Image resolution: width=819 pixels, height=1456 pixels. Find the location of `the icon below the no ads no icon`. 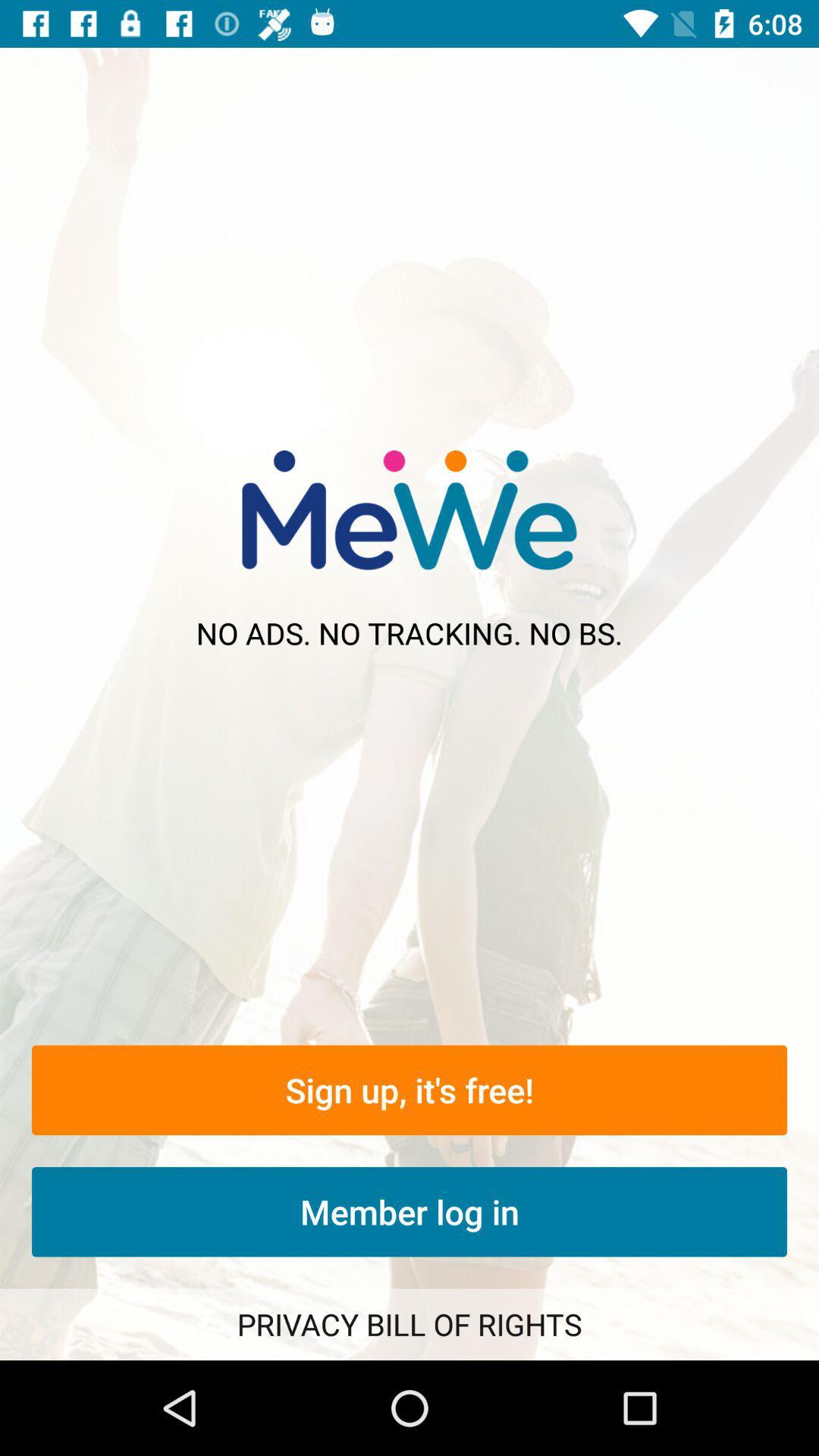

the icon below the no ads no icon is located at coordinates (409, 1089).